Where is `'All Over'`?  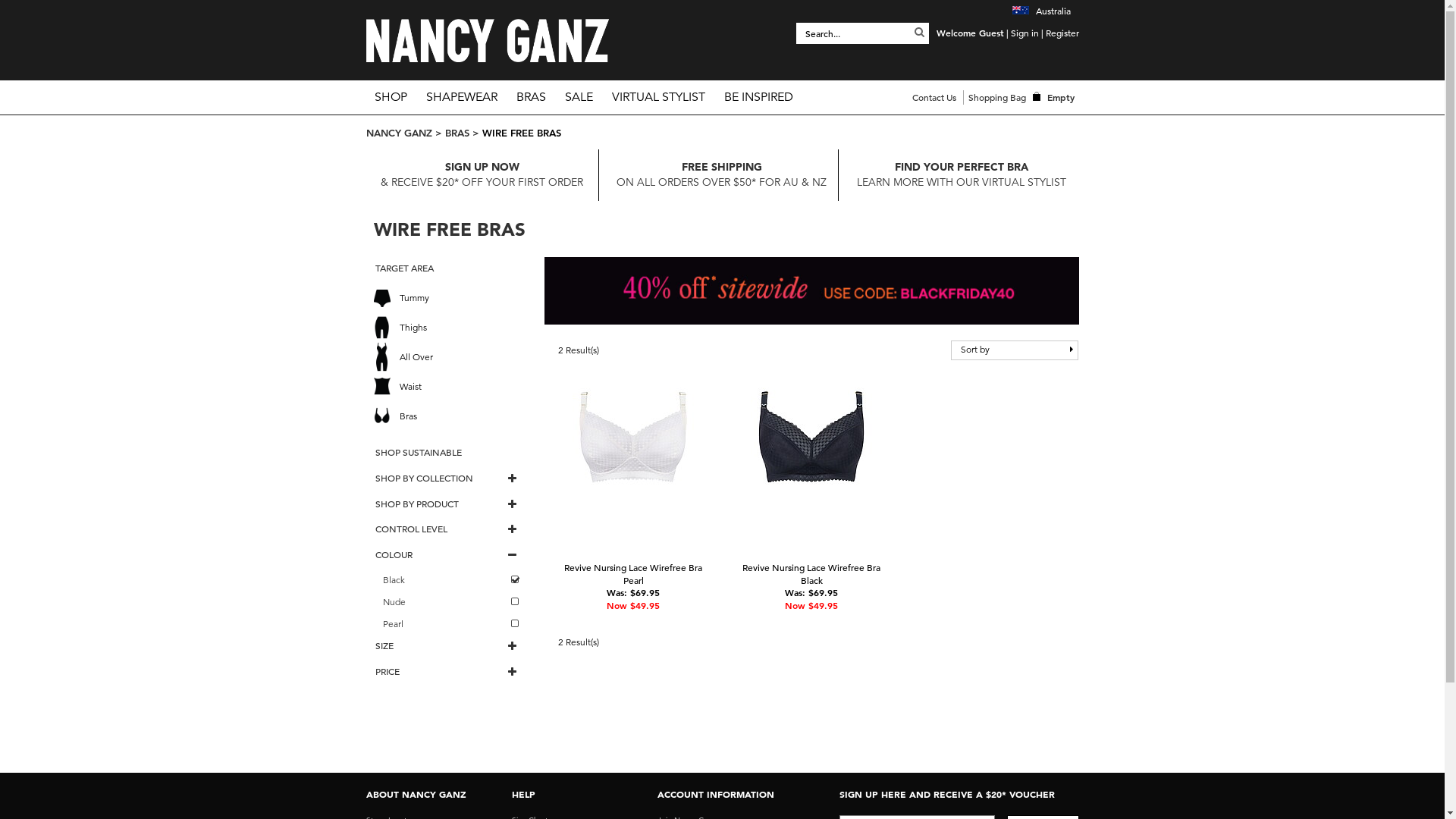
'All Over' is located at coordinates (450, 356).